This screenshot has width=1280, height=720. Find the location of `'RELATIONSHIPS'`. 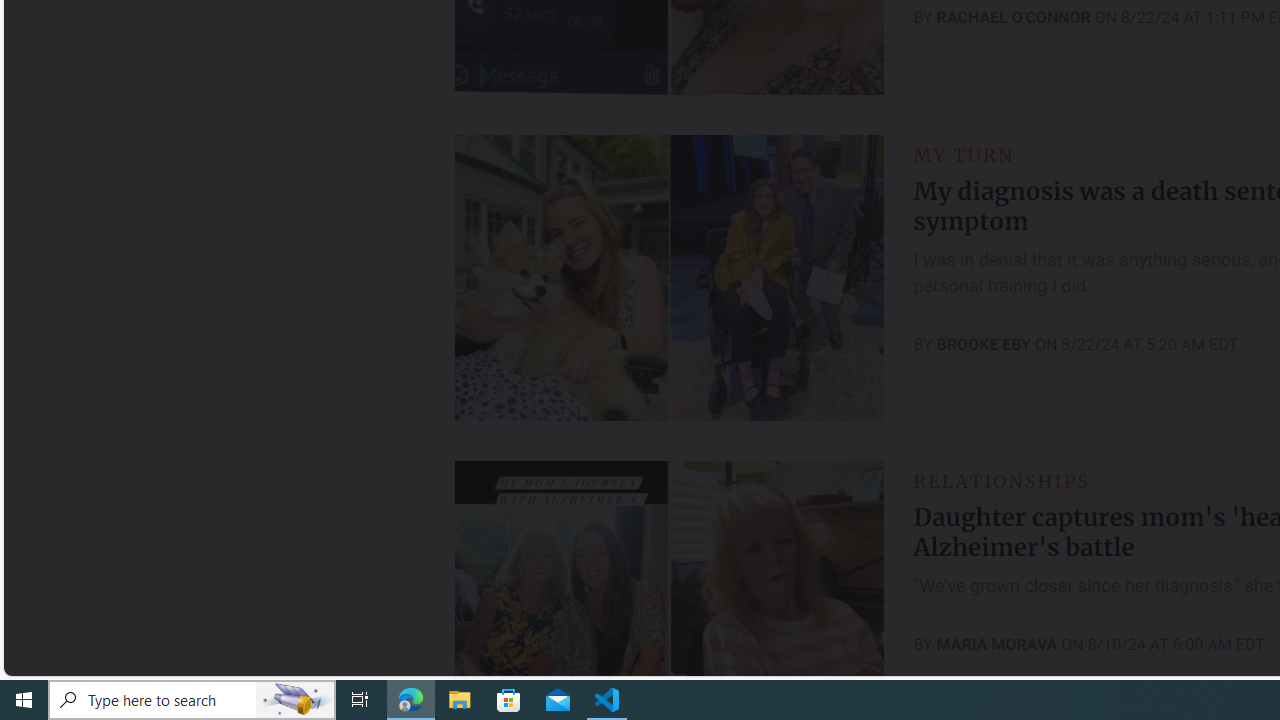

'RELATIONSHIPS' is located at coordinates (1001, 480).